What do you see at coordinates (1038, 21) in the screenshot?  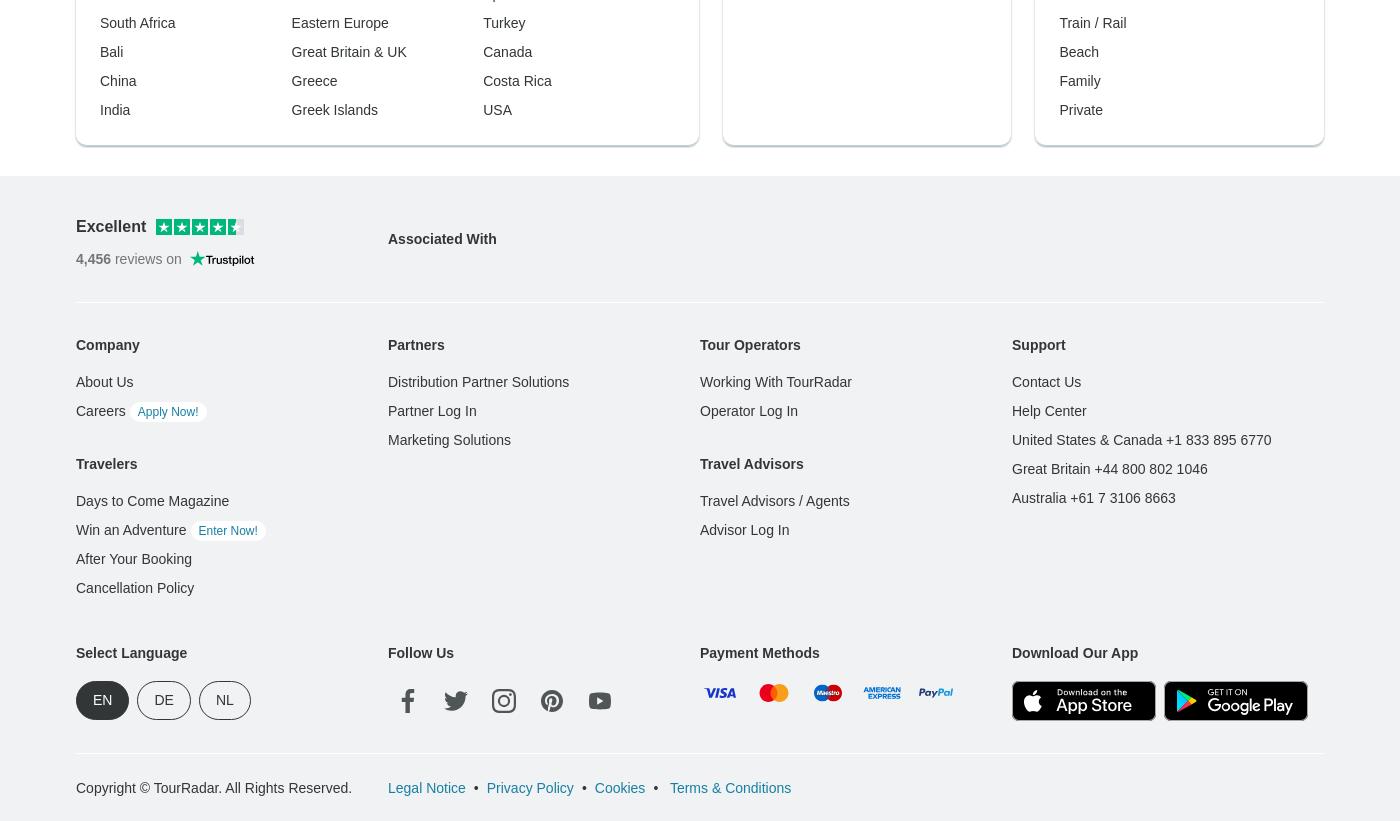 I see `'Support'` at bounding box center [1038, 21].